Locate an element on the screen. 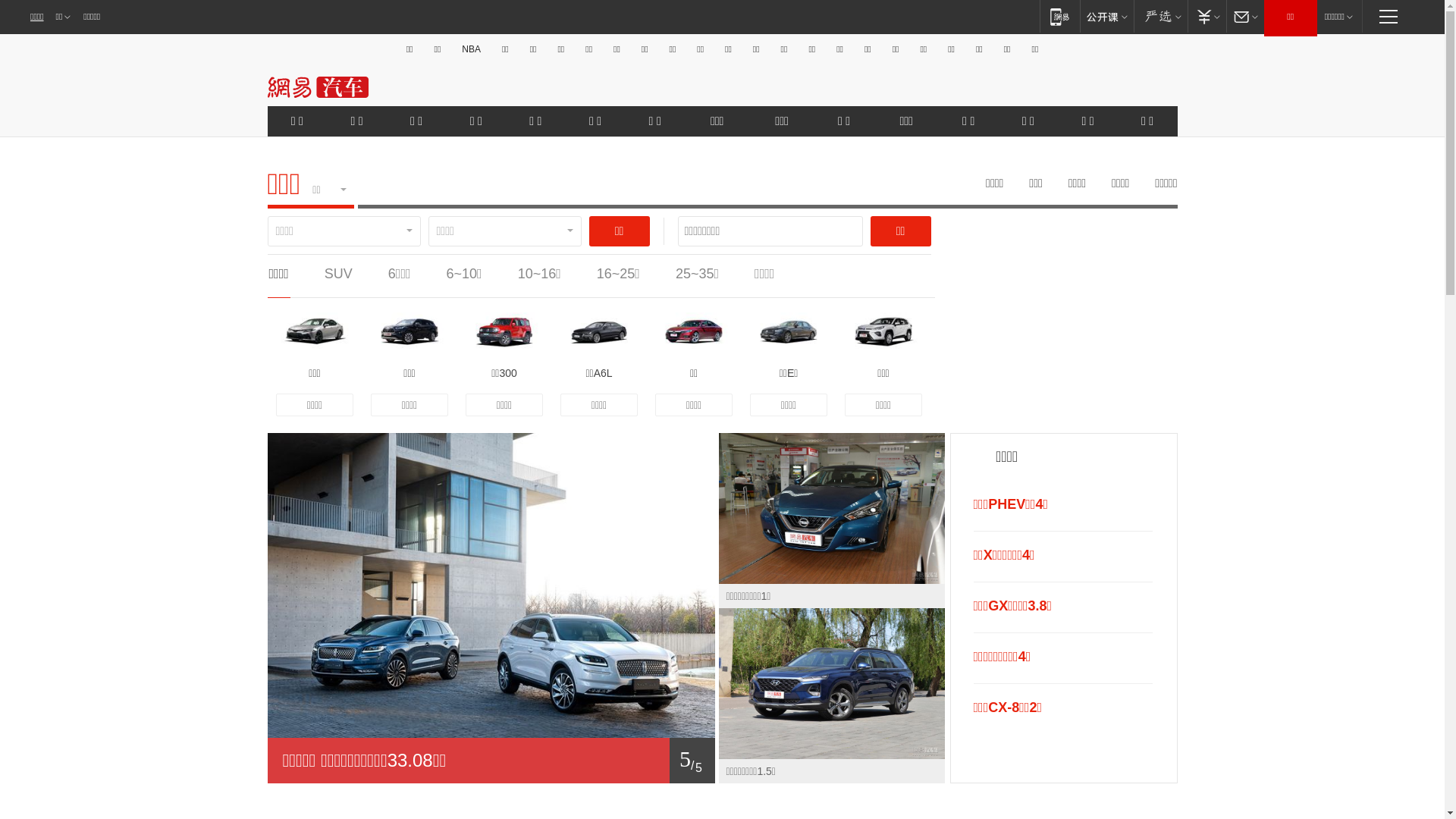 The height and width of the screenshot is (819, 1456). 'NBA' is located at coordinates (470, 49).